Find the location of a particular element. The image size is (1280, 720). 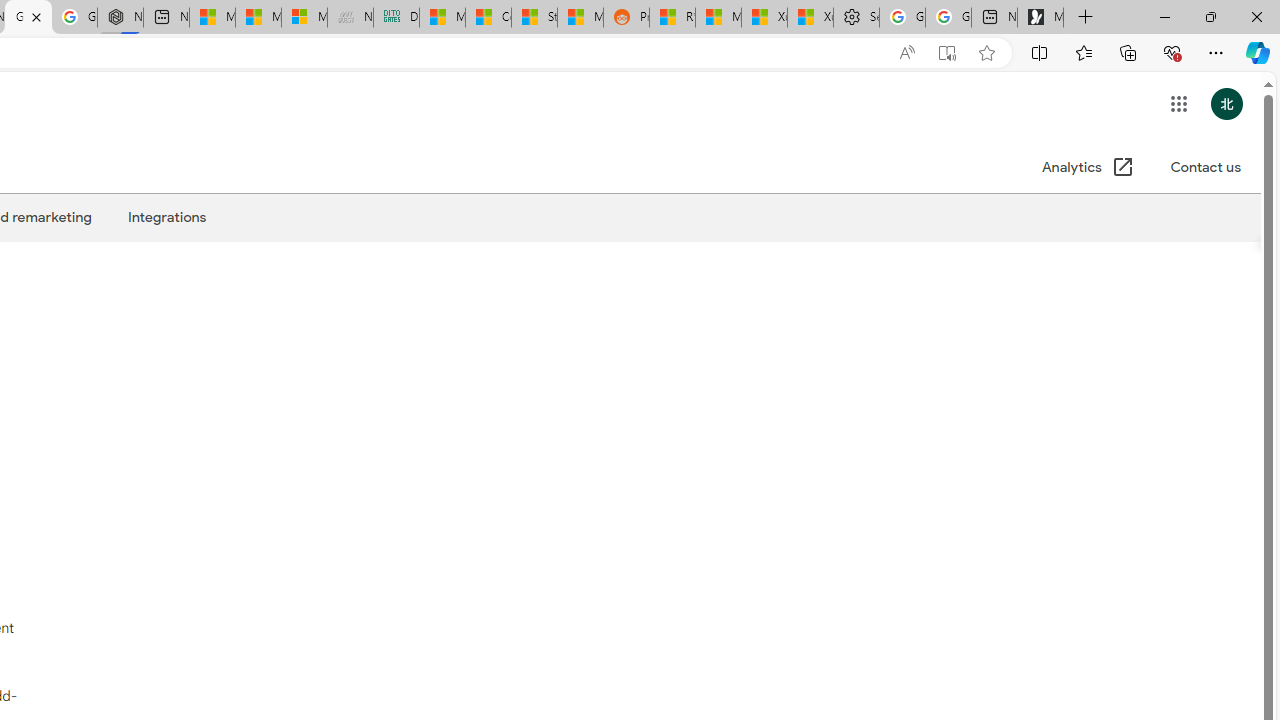

'Analytics (Open in a new window)' is located at coordinates (1087, 167).